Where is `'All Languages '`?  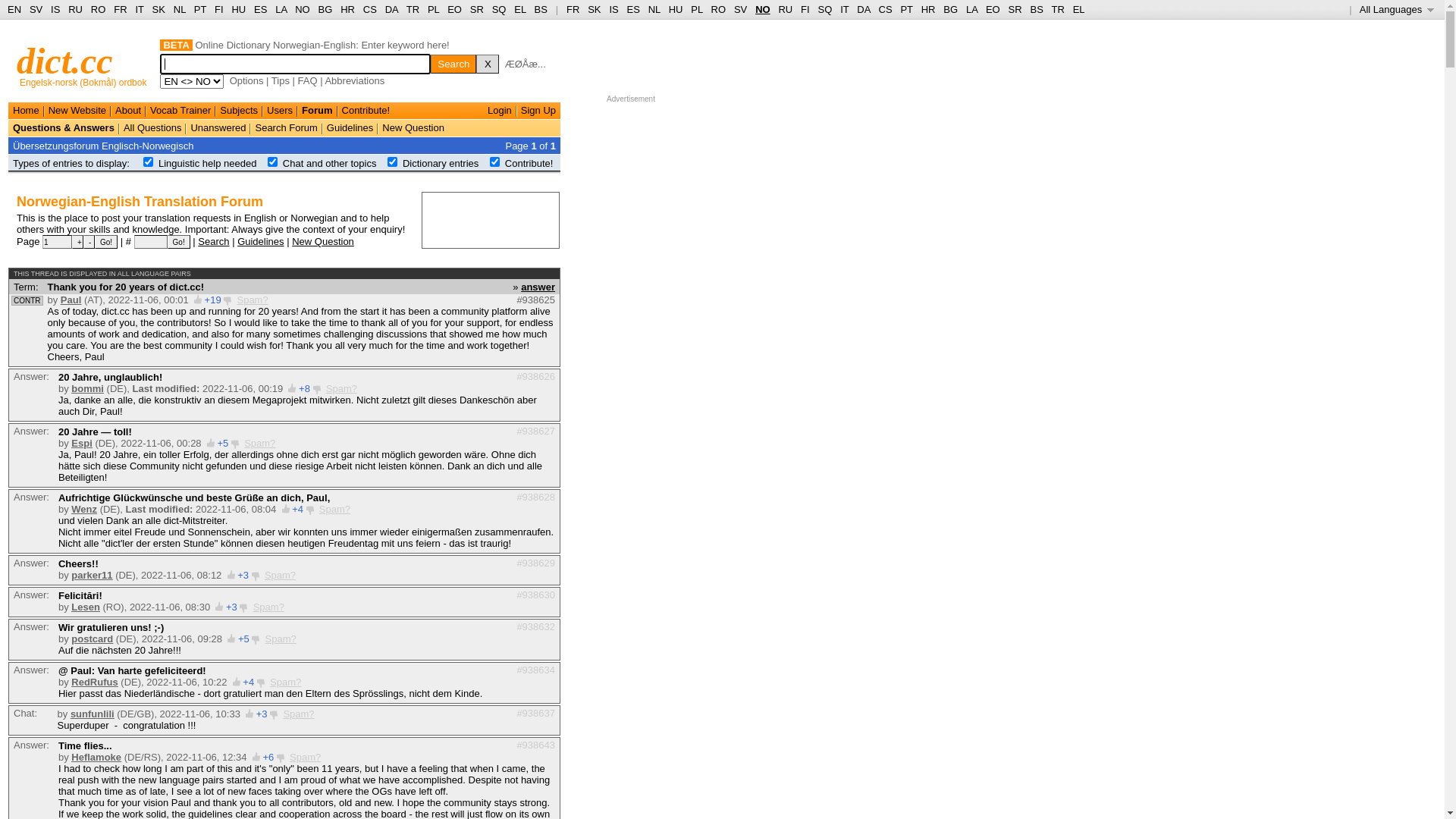 'All Languages ' is located at coordinates (1360, 9).